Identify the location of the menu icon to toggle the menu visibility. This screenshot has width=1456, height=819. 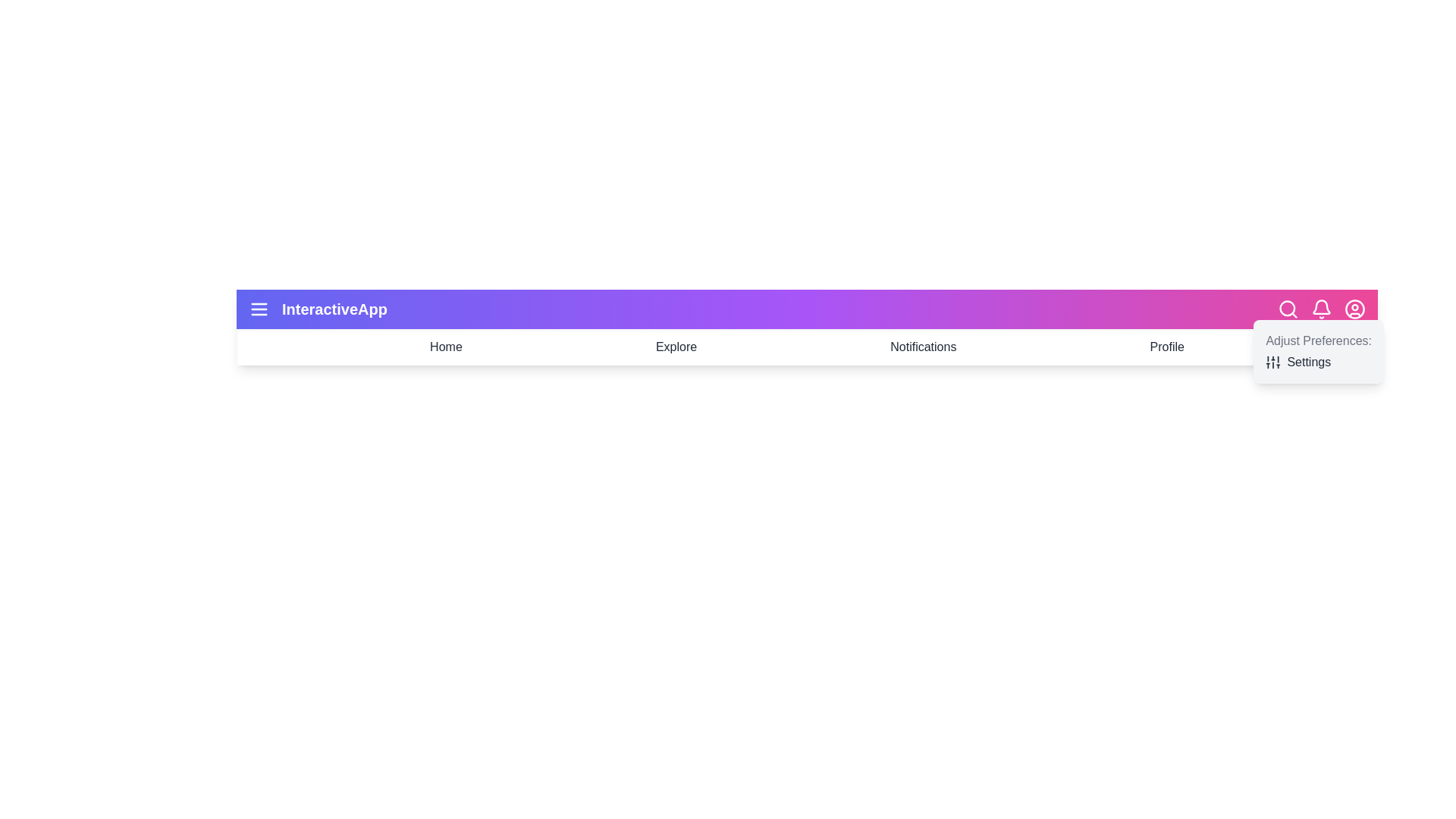
(259, 309).